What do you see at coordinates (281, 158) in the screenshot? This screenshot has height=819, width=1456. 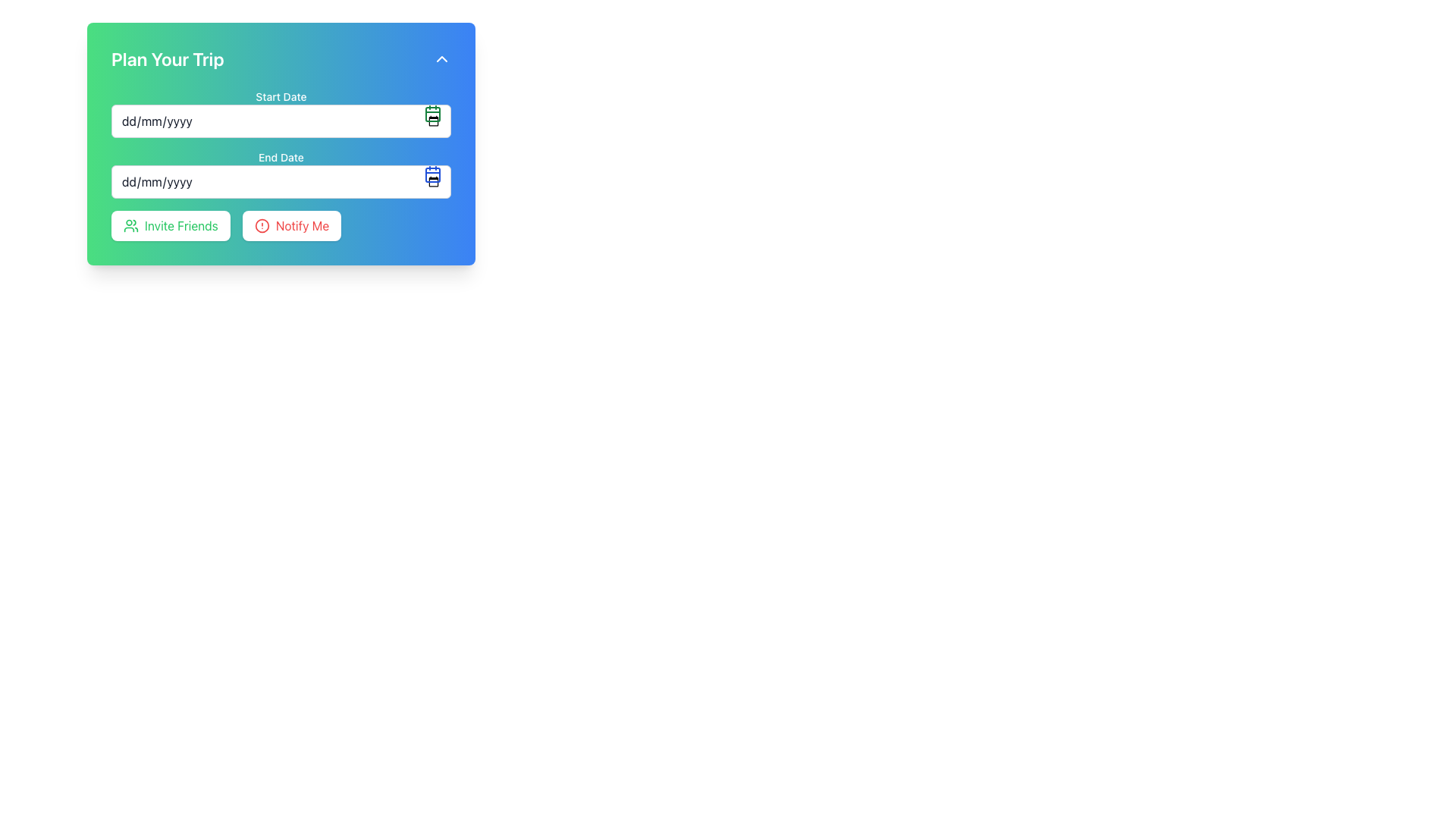 I see `the 'End Date' label, which is styled with a small font size and medium weight, positioned above the second date input field in a vertical stack of two labels` at bounding box center [281, 158].